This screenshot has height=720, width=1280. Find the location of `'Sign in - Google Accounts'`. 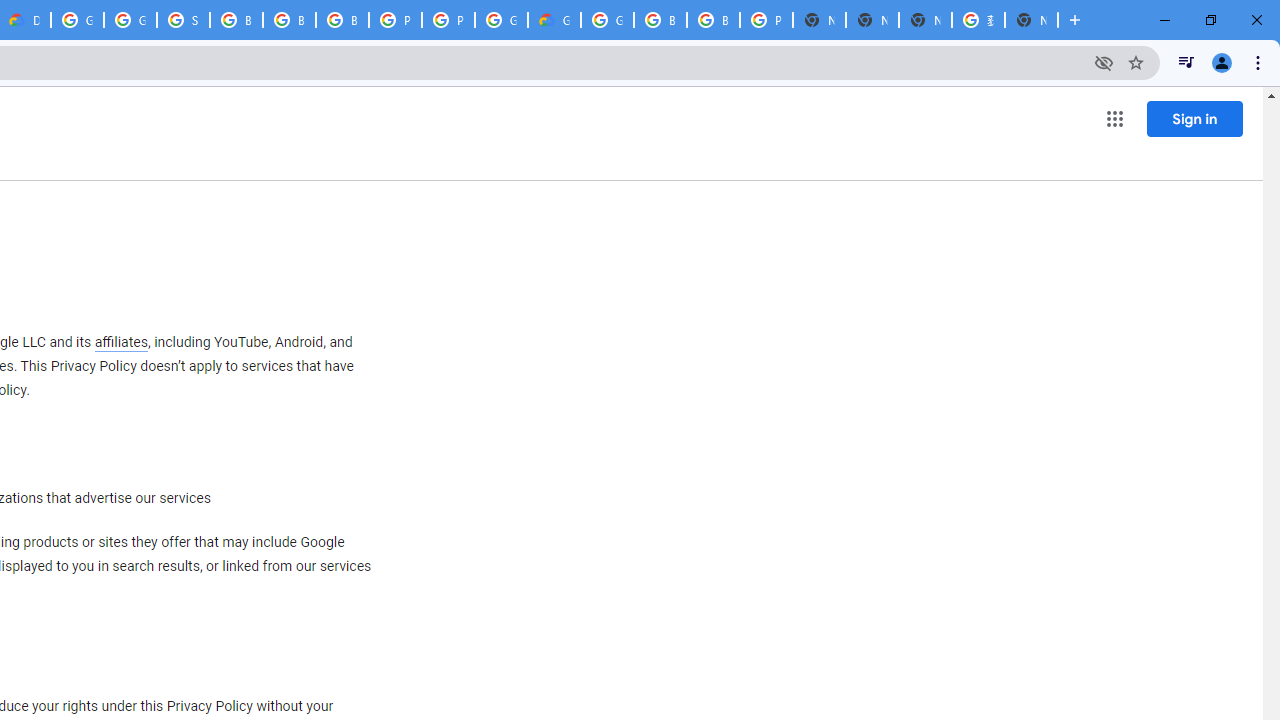

'Sign in - Google Accounts' is located at coordinates (183, 20).